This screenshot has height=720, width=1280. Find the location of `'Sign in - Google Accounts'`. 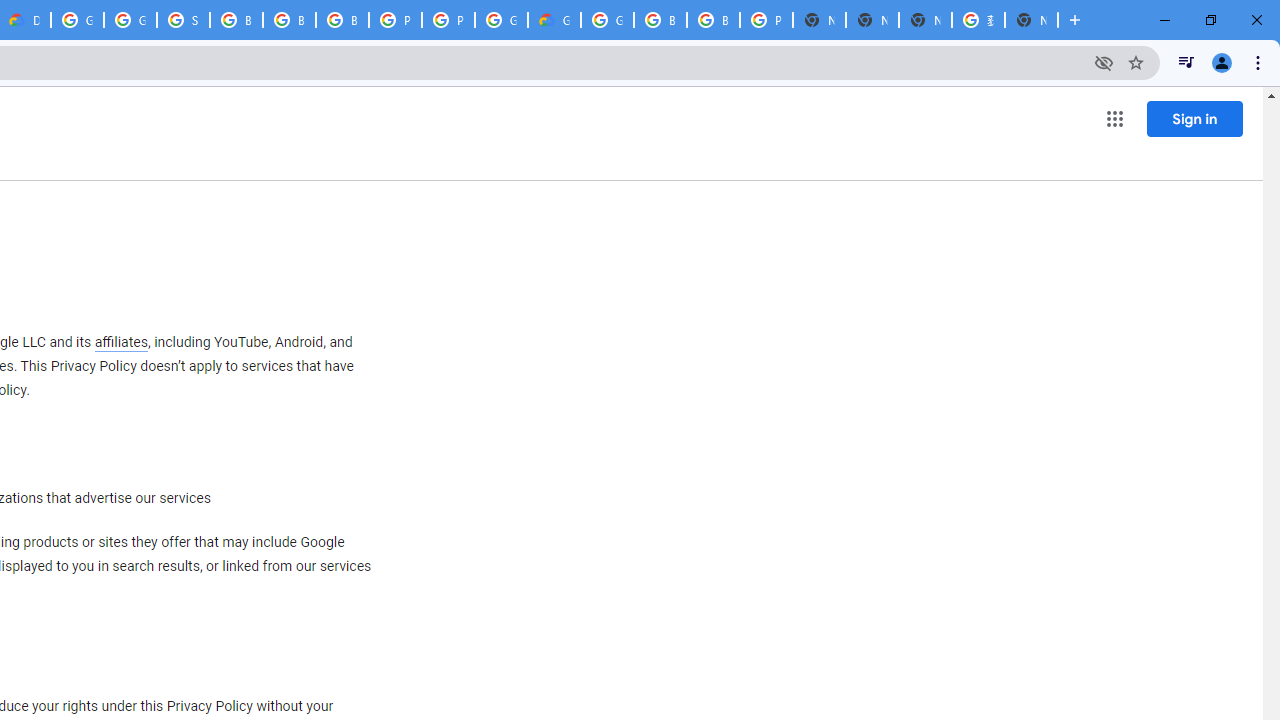

'Sign in - Google Accounts' is located at coordinates (183, 20).